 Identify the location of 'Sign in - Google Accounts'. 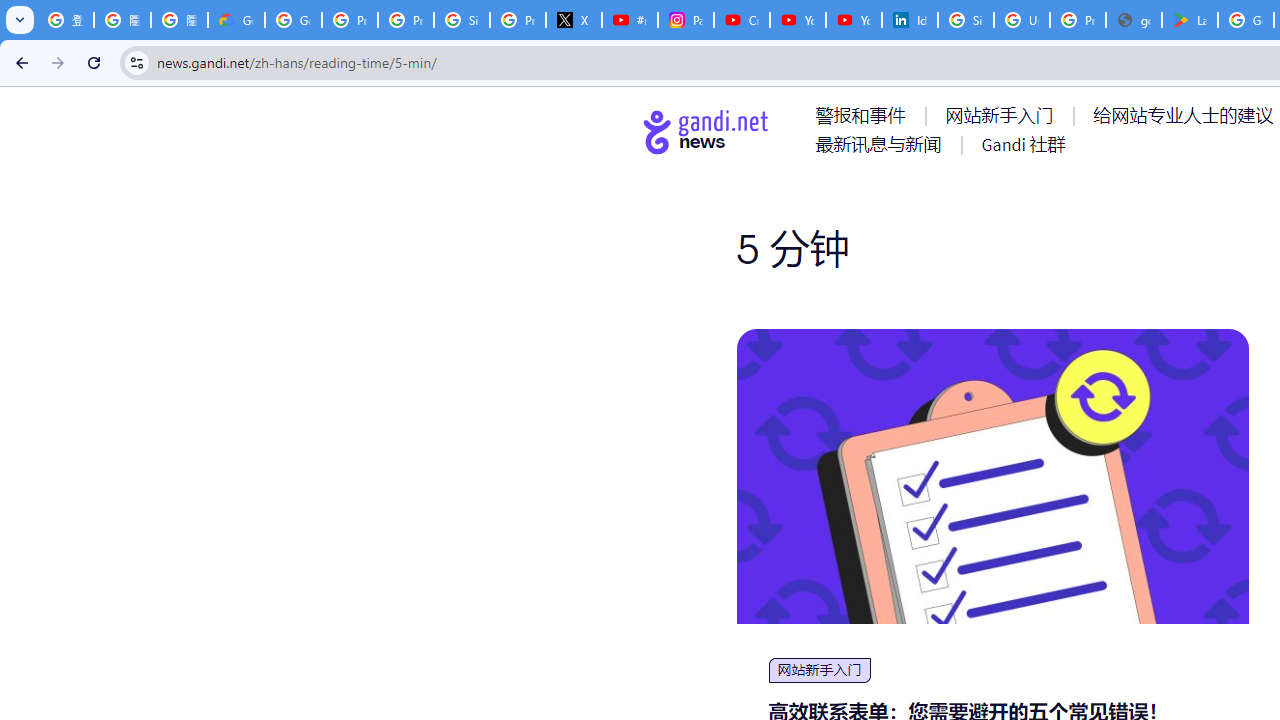
(966, 20).